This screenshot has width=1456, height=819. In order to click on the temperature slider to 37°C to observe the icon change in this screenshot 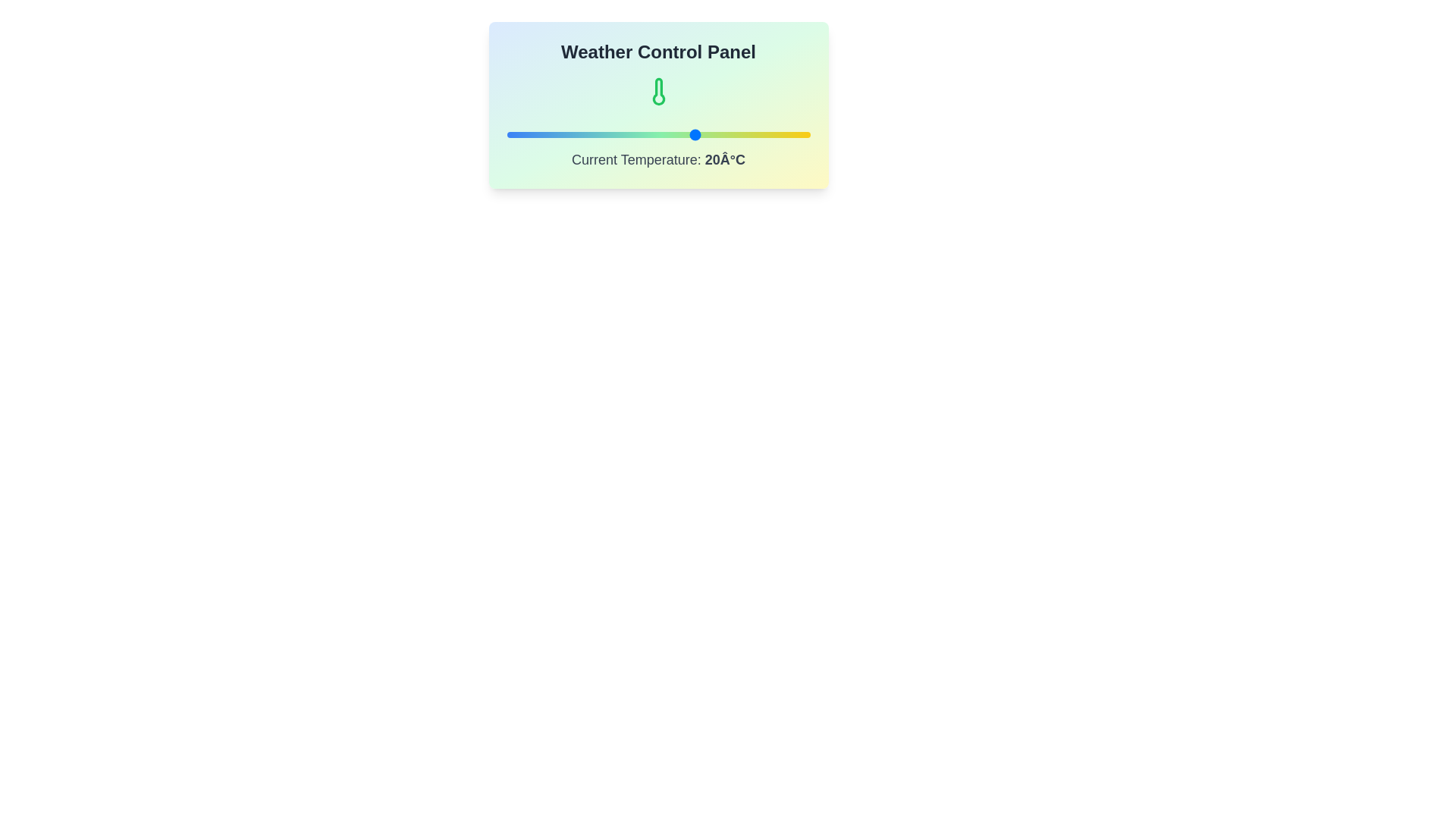, I will do `click(761, 133)`.